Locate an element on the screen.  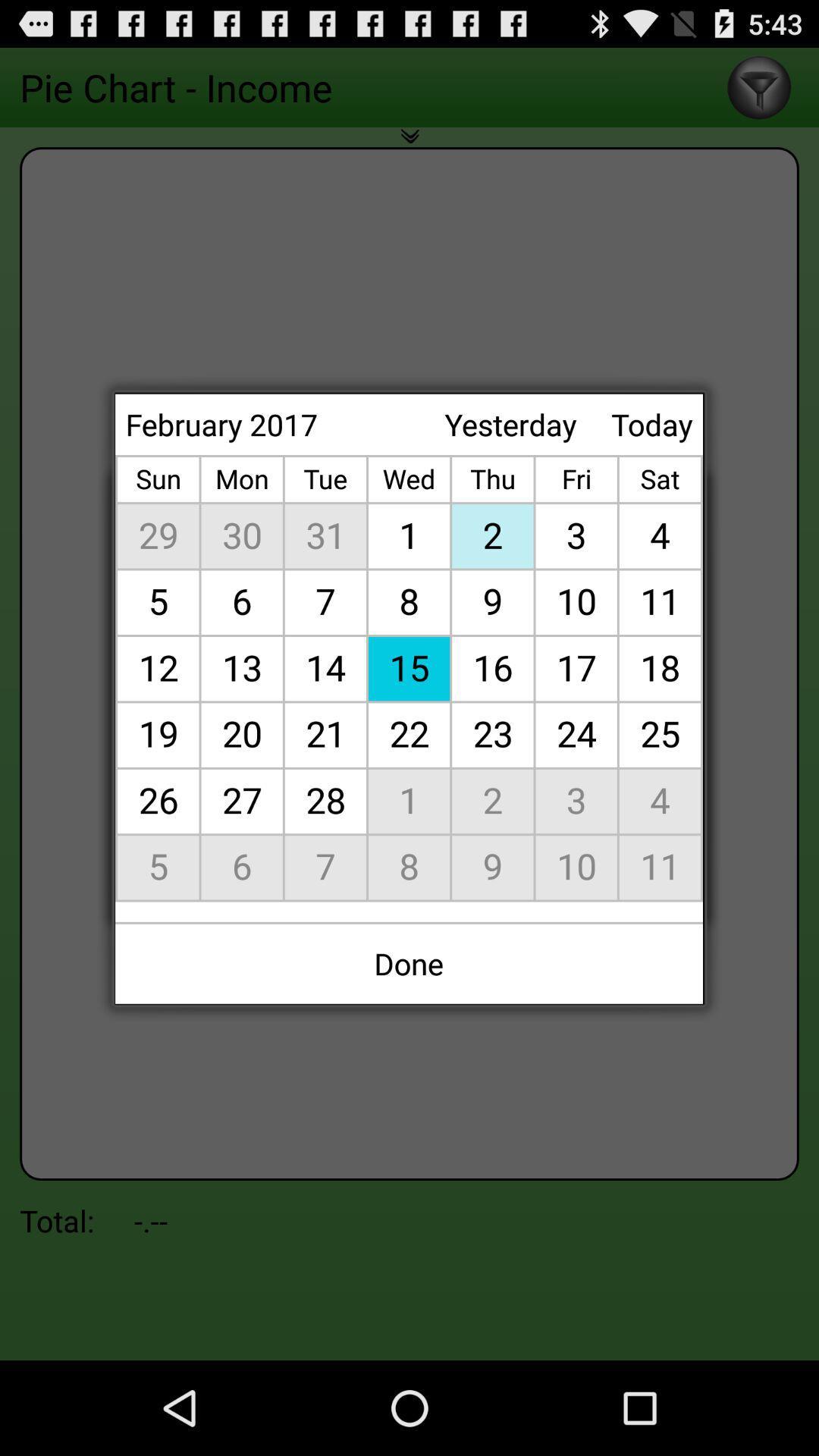
today is located at coordinates (651, 424).